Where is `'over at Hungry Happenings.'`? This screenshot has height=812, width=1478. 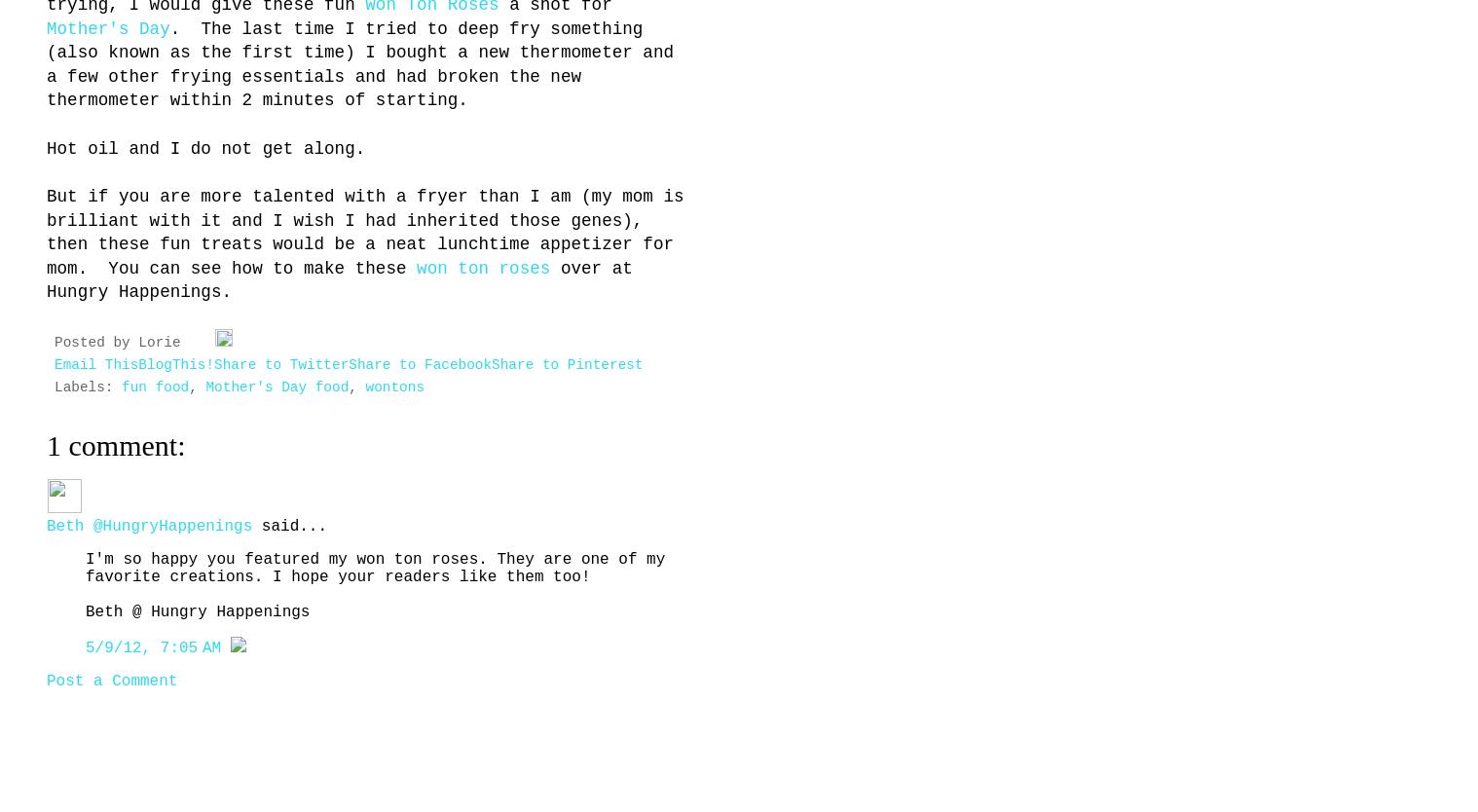 'over at Hungry Happenings.' is located at coordinates (338, 279).